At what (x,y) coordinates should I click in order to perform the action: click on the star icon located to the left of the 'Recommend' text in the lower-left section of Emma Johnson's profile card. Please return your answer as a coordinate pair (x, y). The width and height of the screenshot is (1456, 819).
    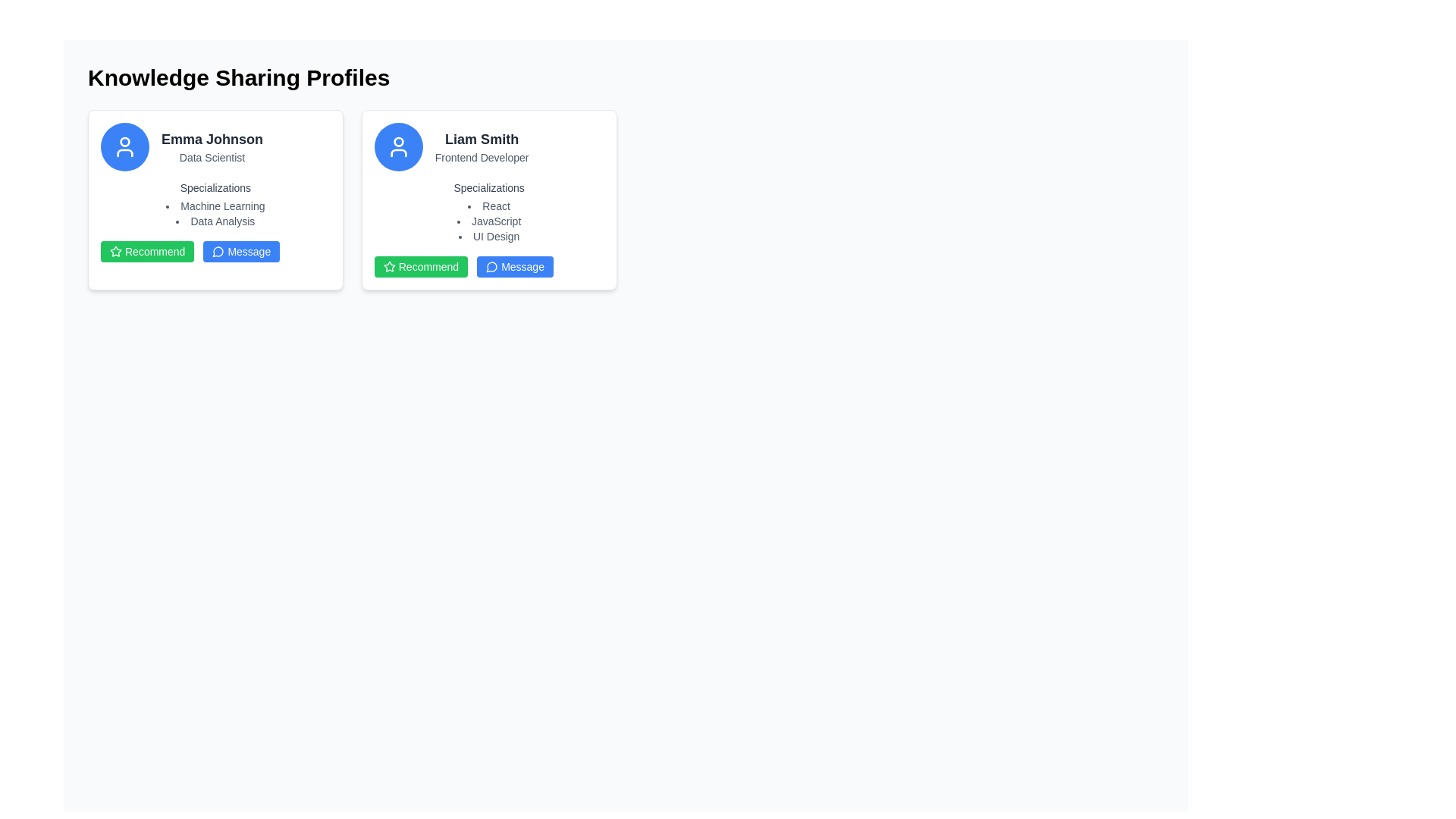
    Looking at the image, I should click on (115, 250).